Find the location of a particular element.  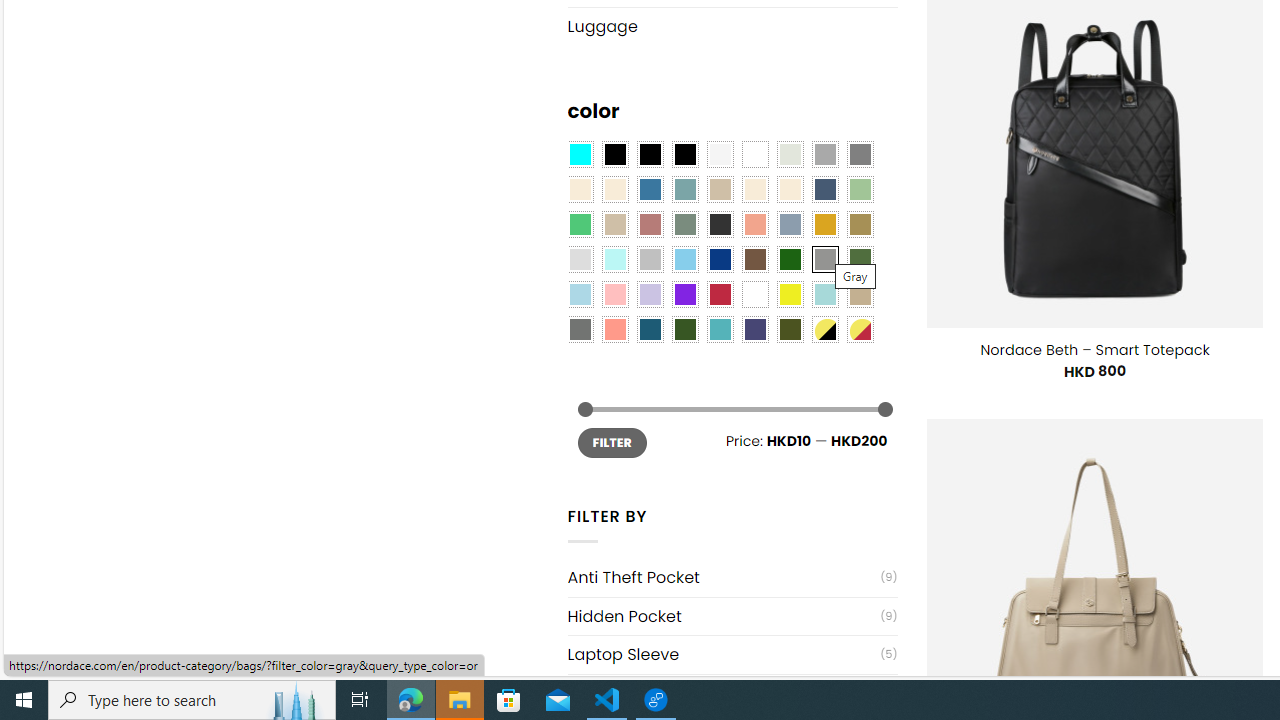

'Light Taupe' is located at coordinates (614, 225).